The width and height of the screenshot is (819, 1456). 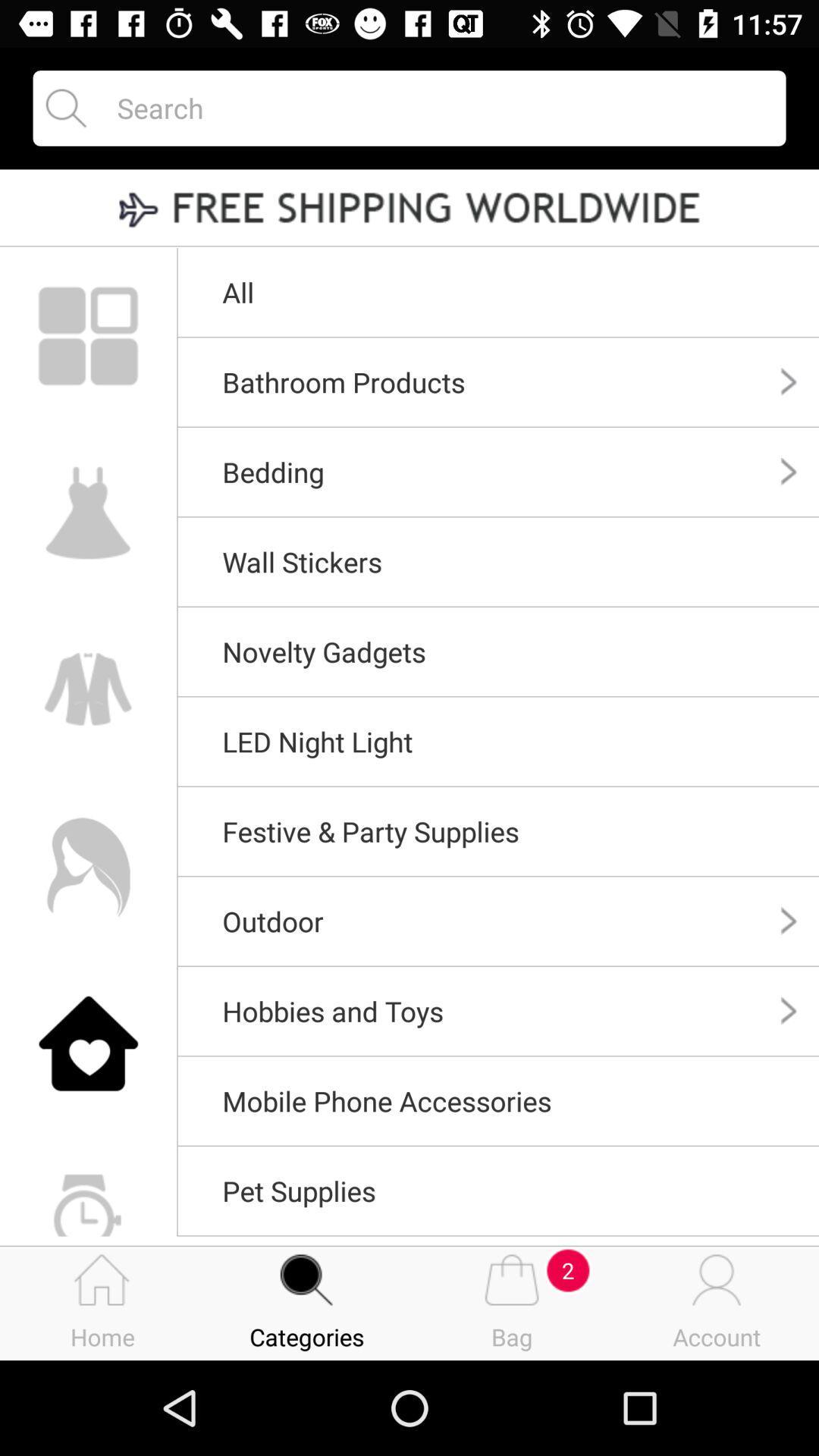 I want to click on search, so click(x=438, y=107).